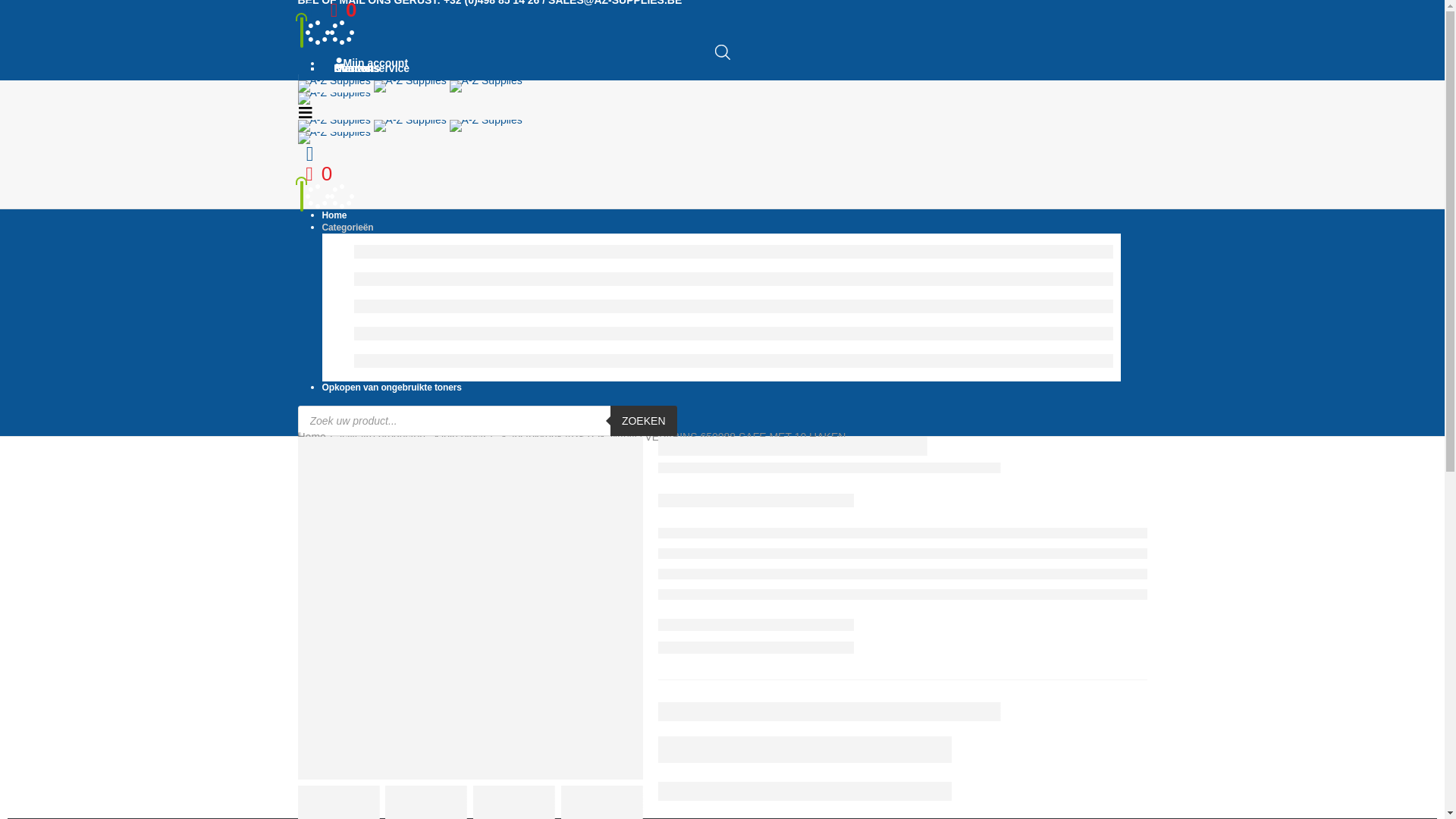 The width and height of the screenshot is (1456, 819). I want to click on 'Nieuws', so click(348, 67).